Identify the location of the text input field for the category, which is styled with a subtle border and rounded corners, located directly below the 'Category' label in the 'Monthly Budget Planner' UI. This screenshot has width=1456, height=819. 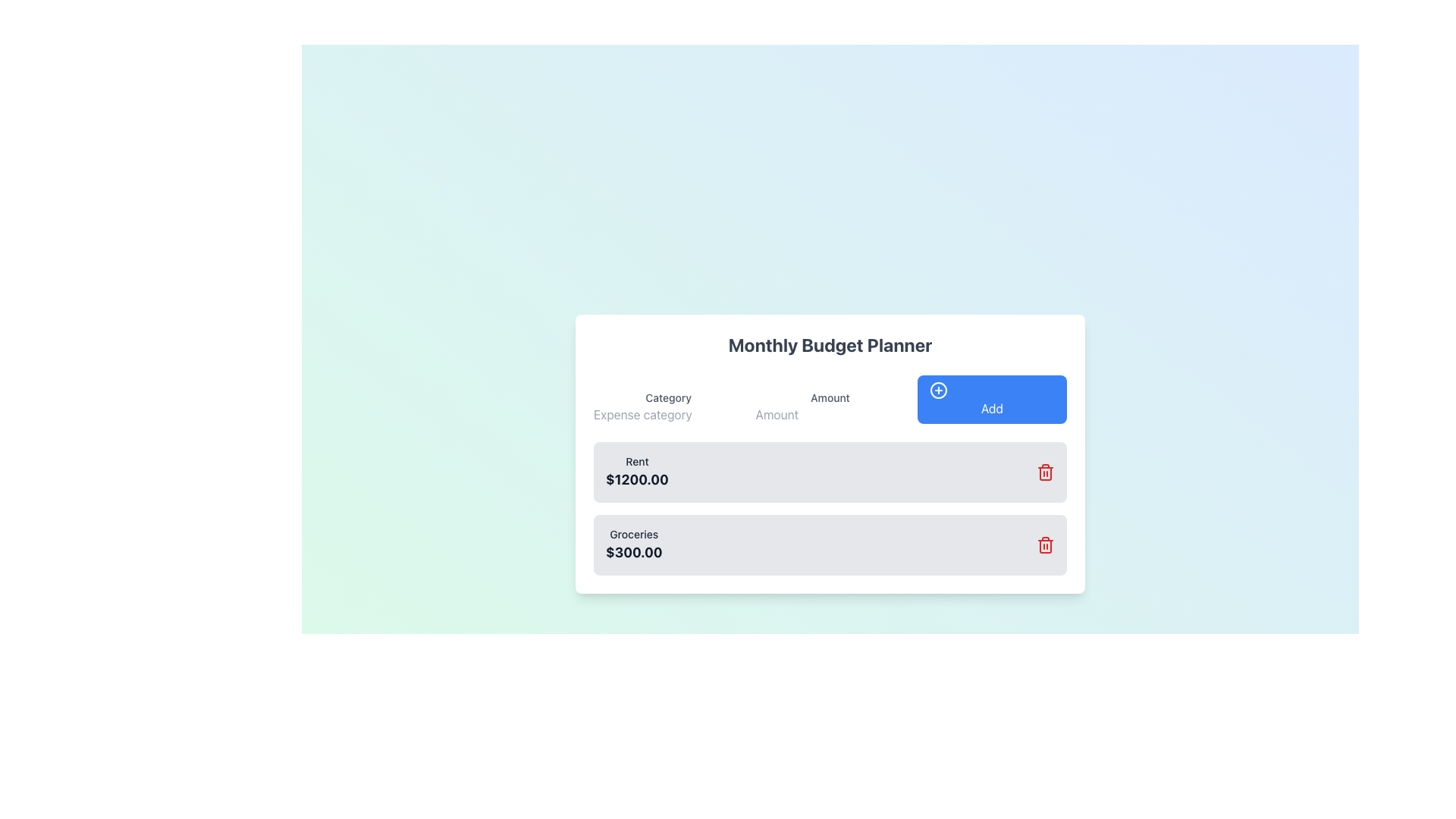
(667, 415).